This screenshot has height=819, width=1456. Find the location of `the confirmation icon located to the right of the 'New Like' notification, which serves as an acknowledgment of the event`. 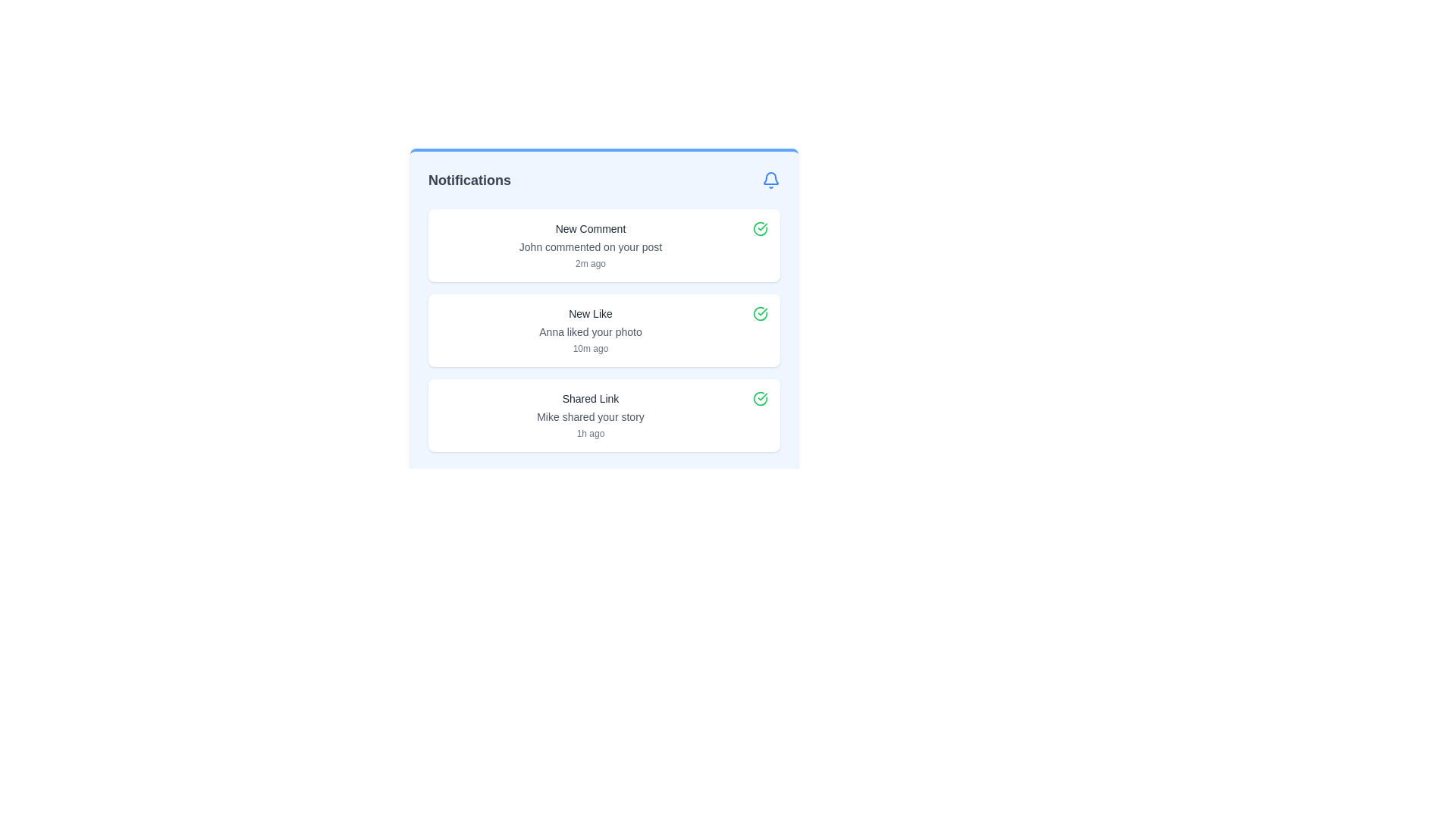

the confirmation icon located to the right of the 'New Like' notification, which serves as an acknowledgment of the event is located at coordinates (761, 312).